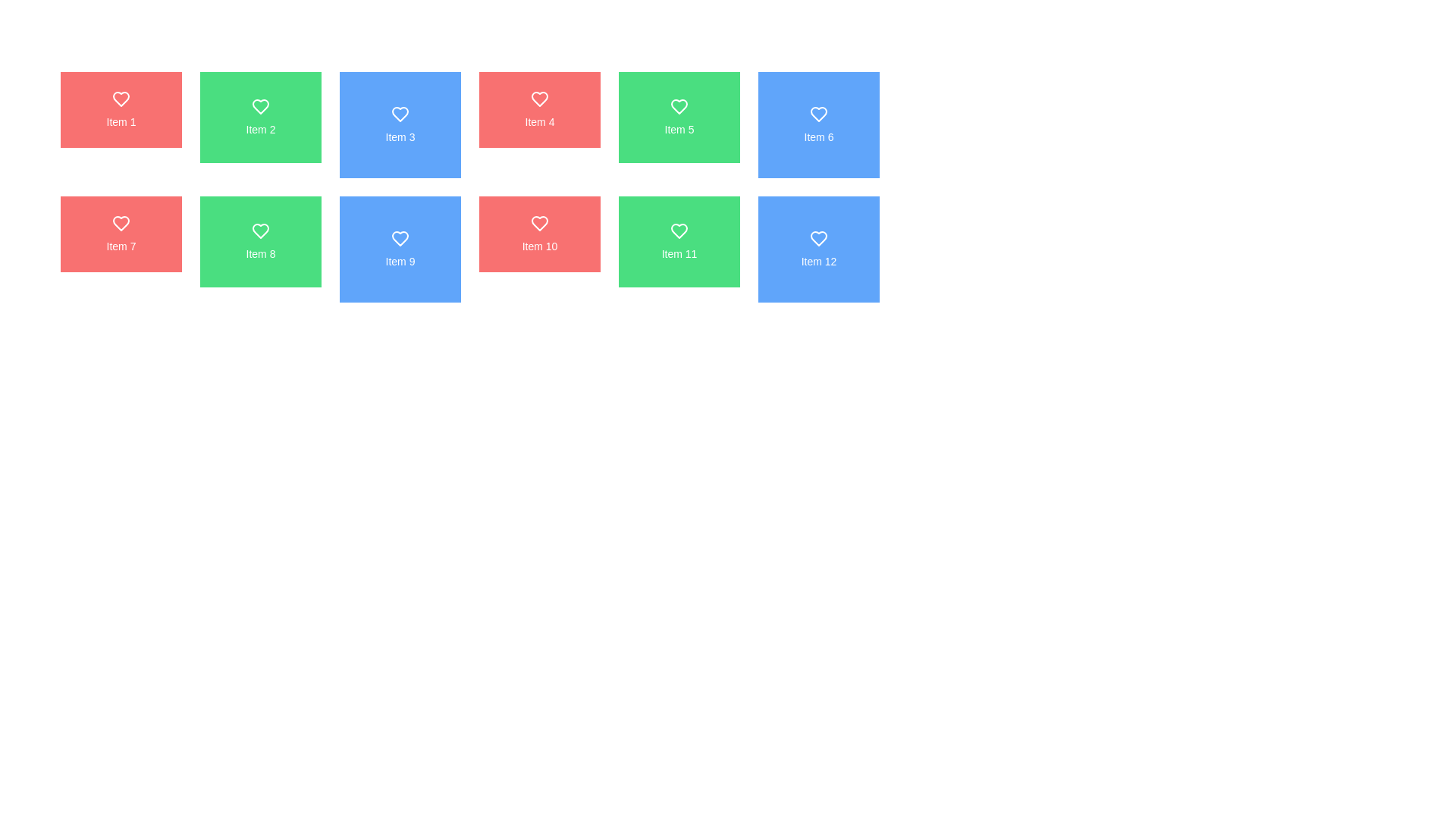 The image size is (1456, 819). What do you see at coordinates (400, 113) in the screenshot?
I see `the heart icon, which is styled with thin rounded lines and positioned at the top center of the blue rectangular card labeled 'Item 3'` at bounding box center [400, 113].